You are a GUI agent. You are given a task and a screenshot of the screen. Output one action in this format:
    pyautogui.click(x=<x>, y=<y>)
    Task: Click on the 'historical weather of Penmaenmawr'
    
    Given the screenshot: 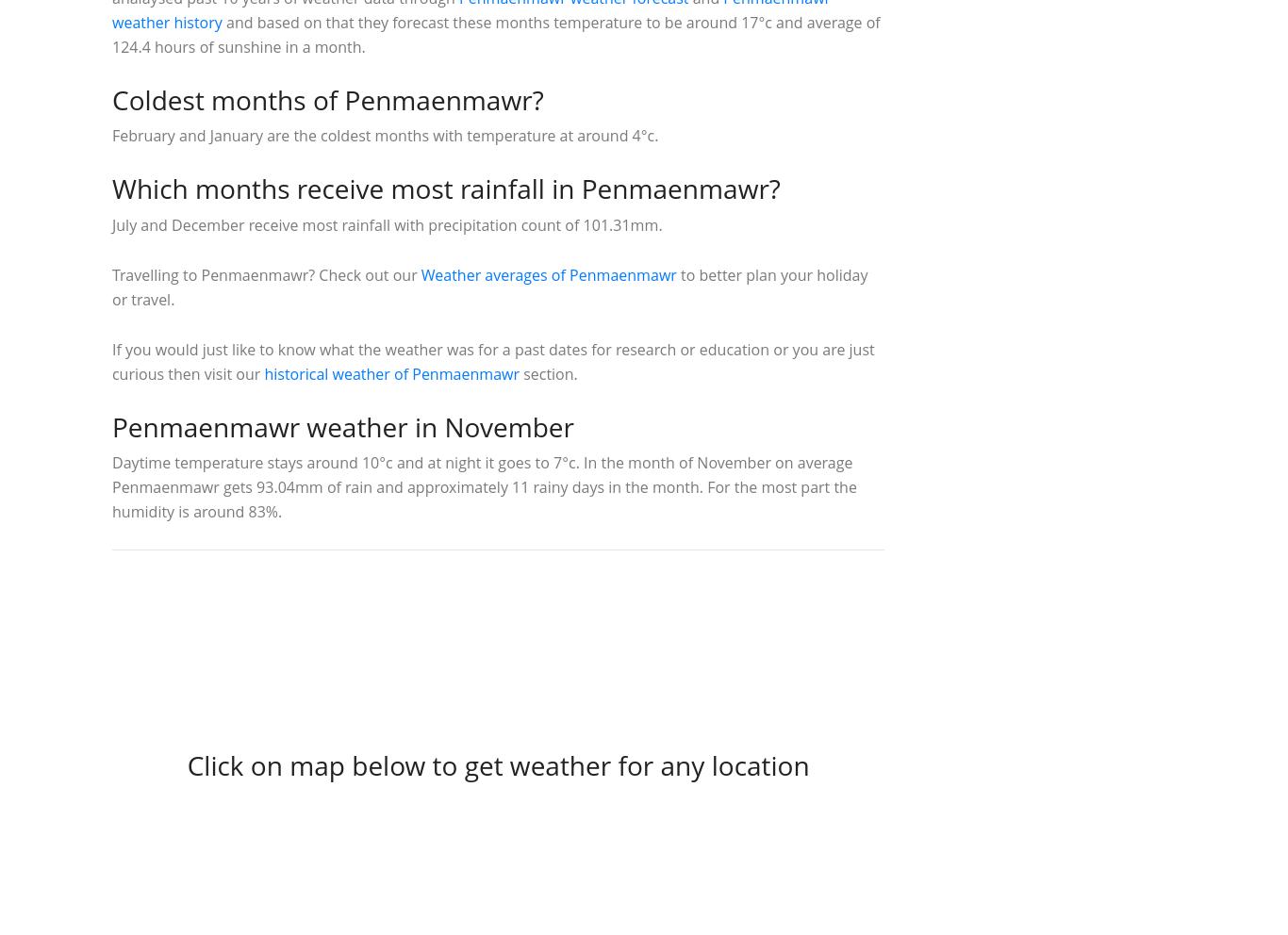 What is the action you would take?
    pyautogui.click(x=390, y=373)
    